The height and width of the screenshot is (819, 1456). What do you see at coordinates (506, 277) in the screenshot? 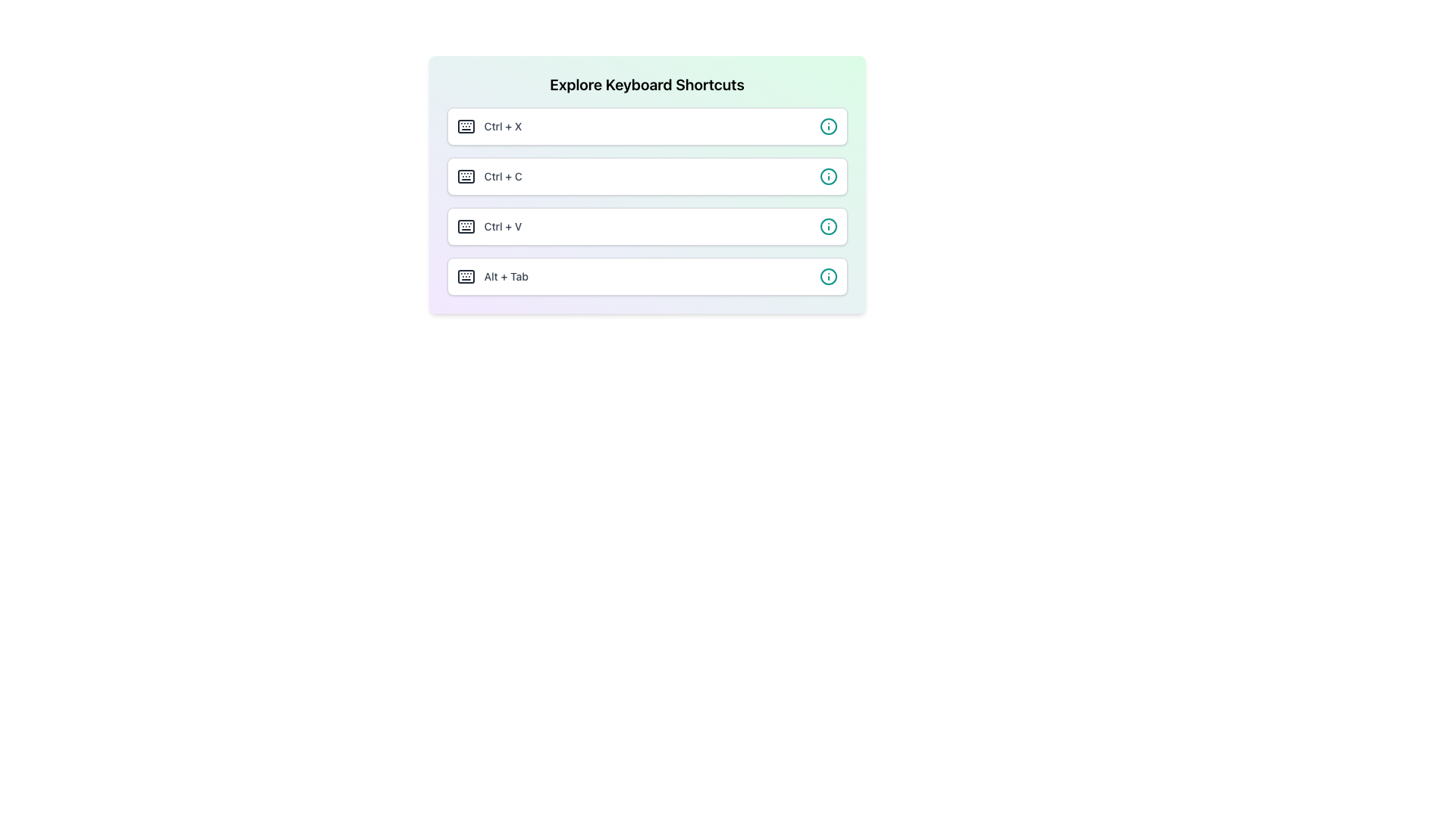
I see `the text element that presents the keyboard shortcut 'Alt + Tab' in the instructional interface, which is the fourth item in a vertical list of keyboard shortcuts` at bounding box center [506, 277].